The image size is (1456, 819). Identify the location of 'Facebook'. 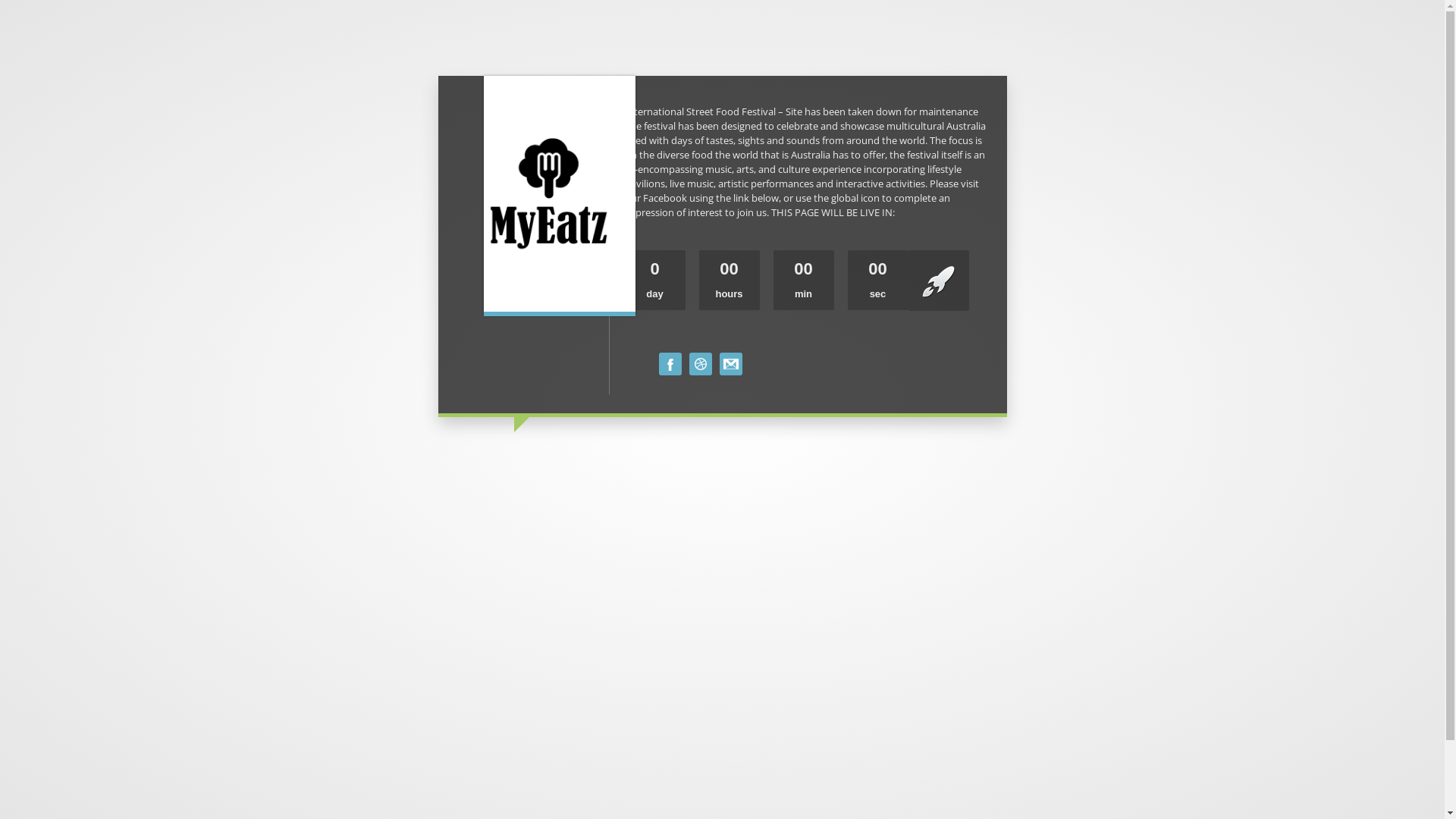
(669, 363).